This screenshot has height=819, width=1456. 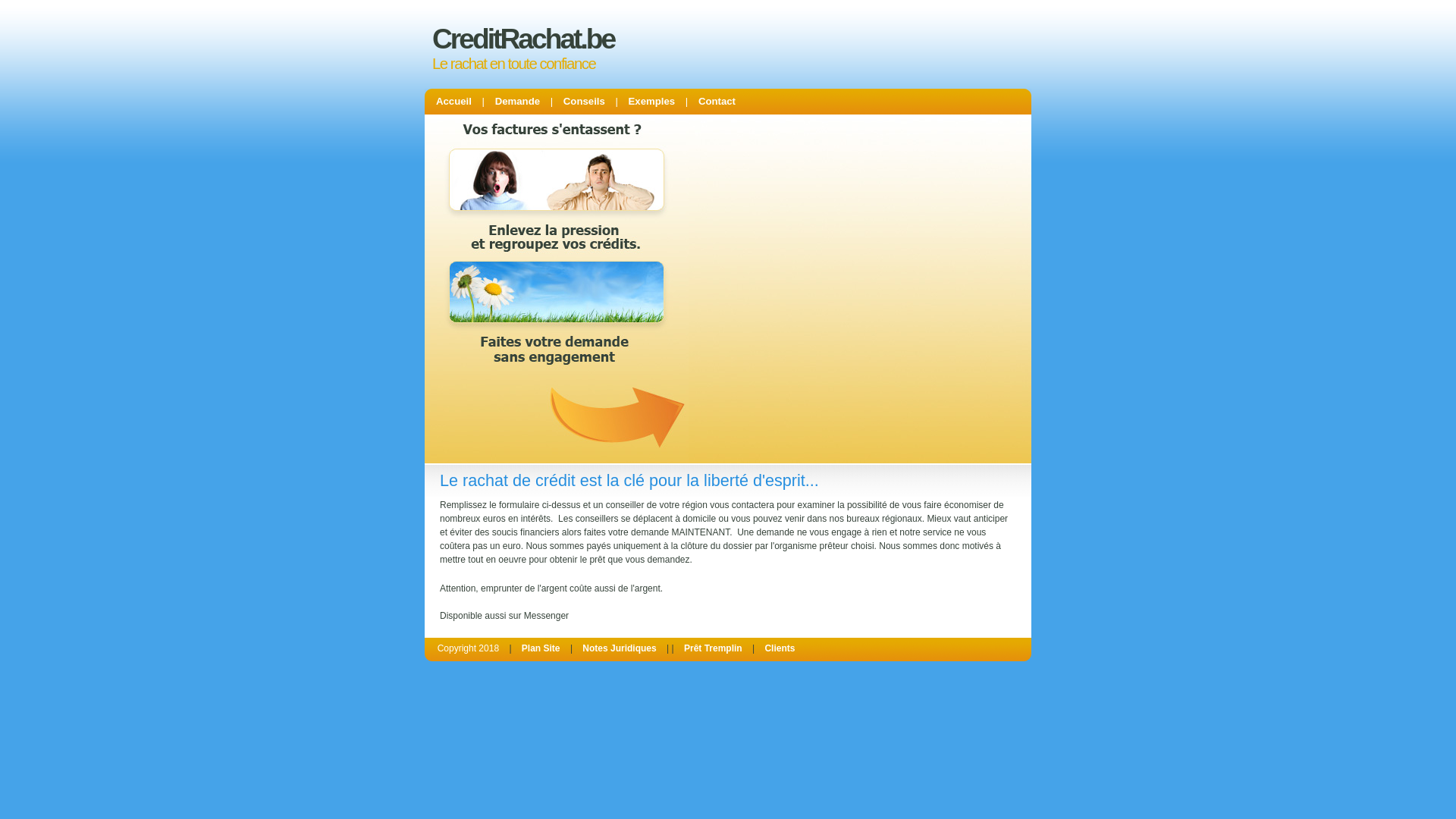 I want to click on 'Clients', so click(x=779, y=648).